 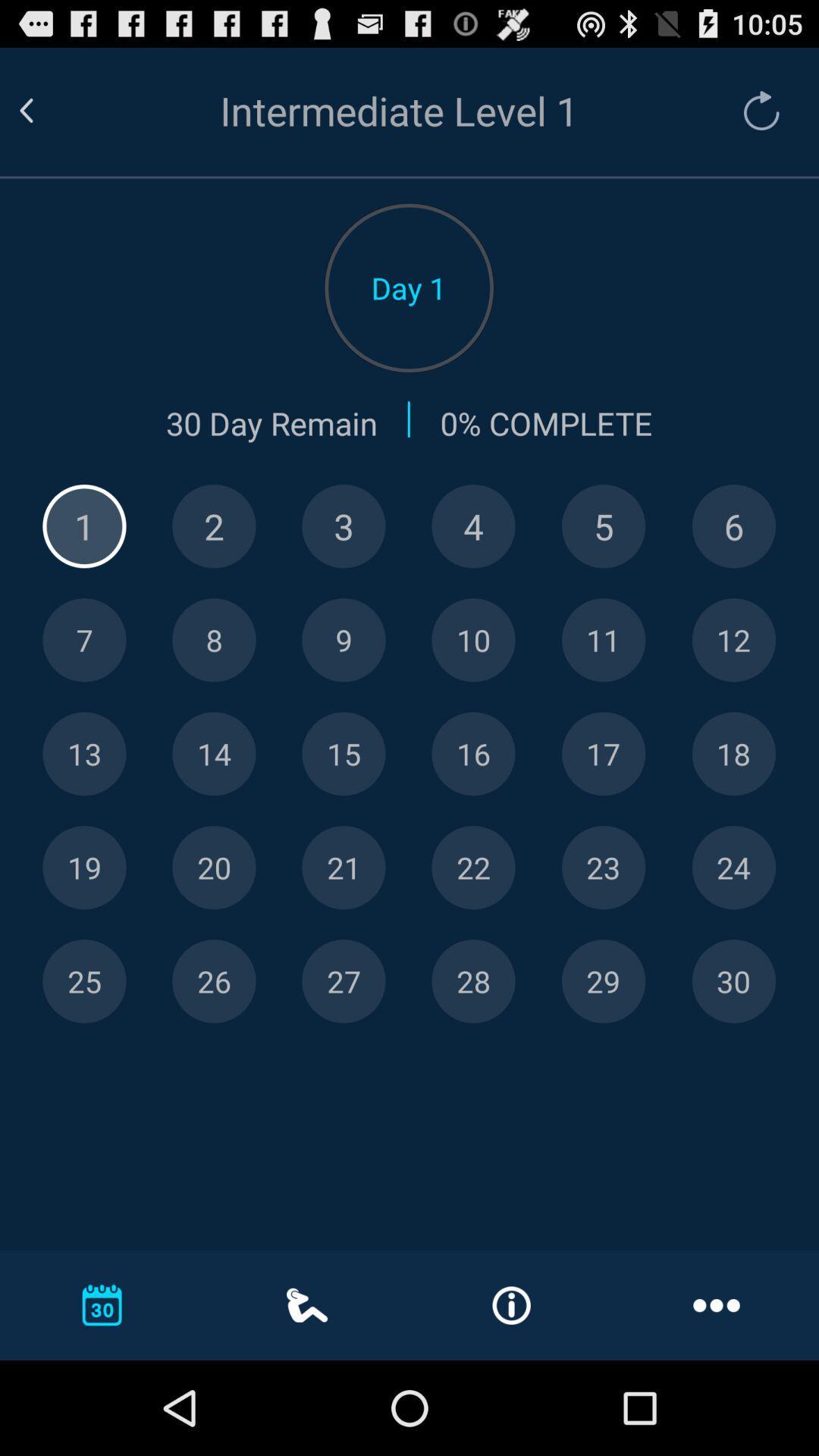 I want to click on the arrow_backward icon, so click(x=44, y=118).